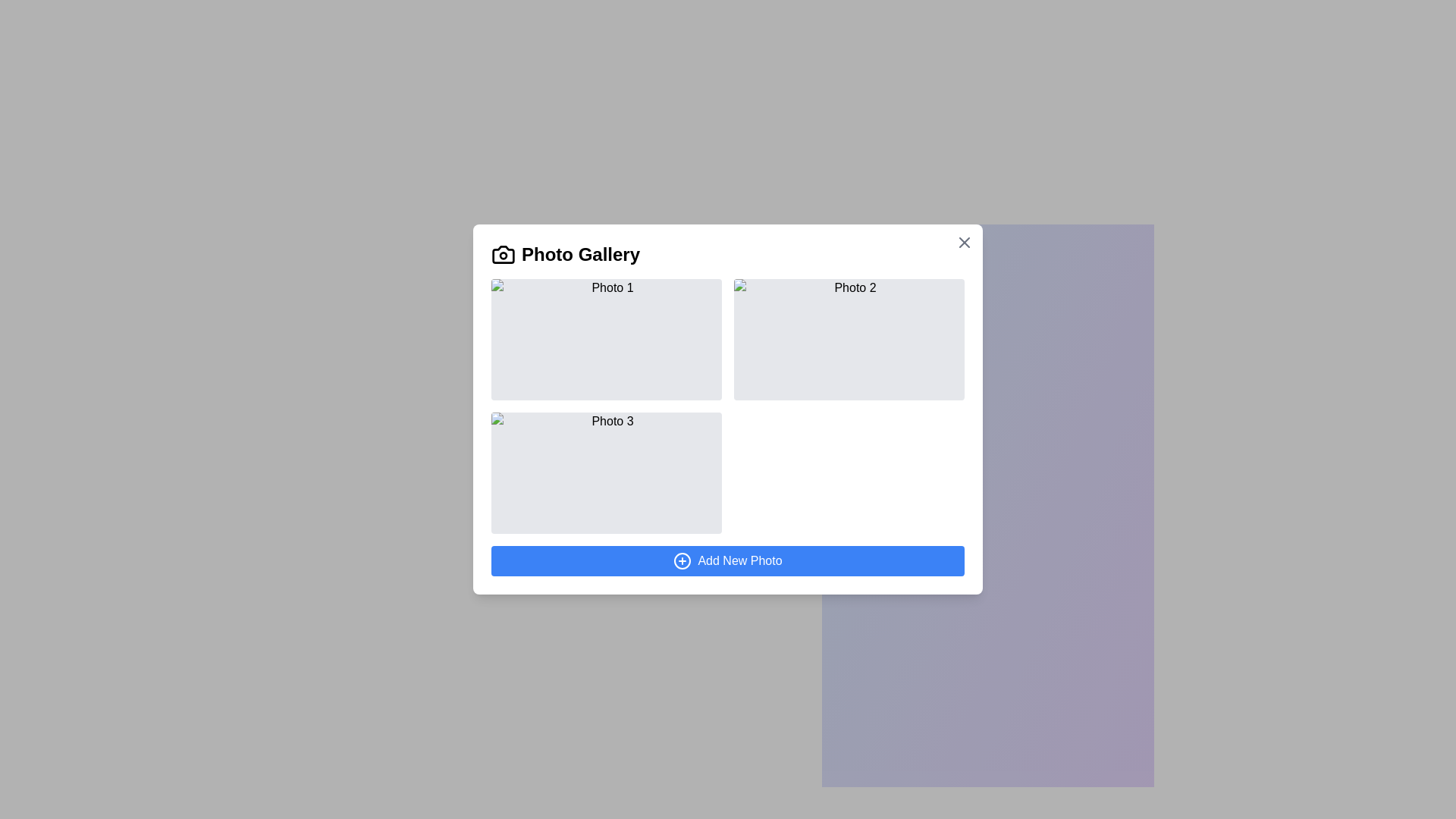  Describe the element at coordinates (503, 253) in the screenshot. I see `the camera icon located to the left of the 'Photo Gallery' text label in the header section` at that location.